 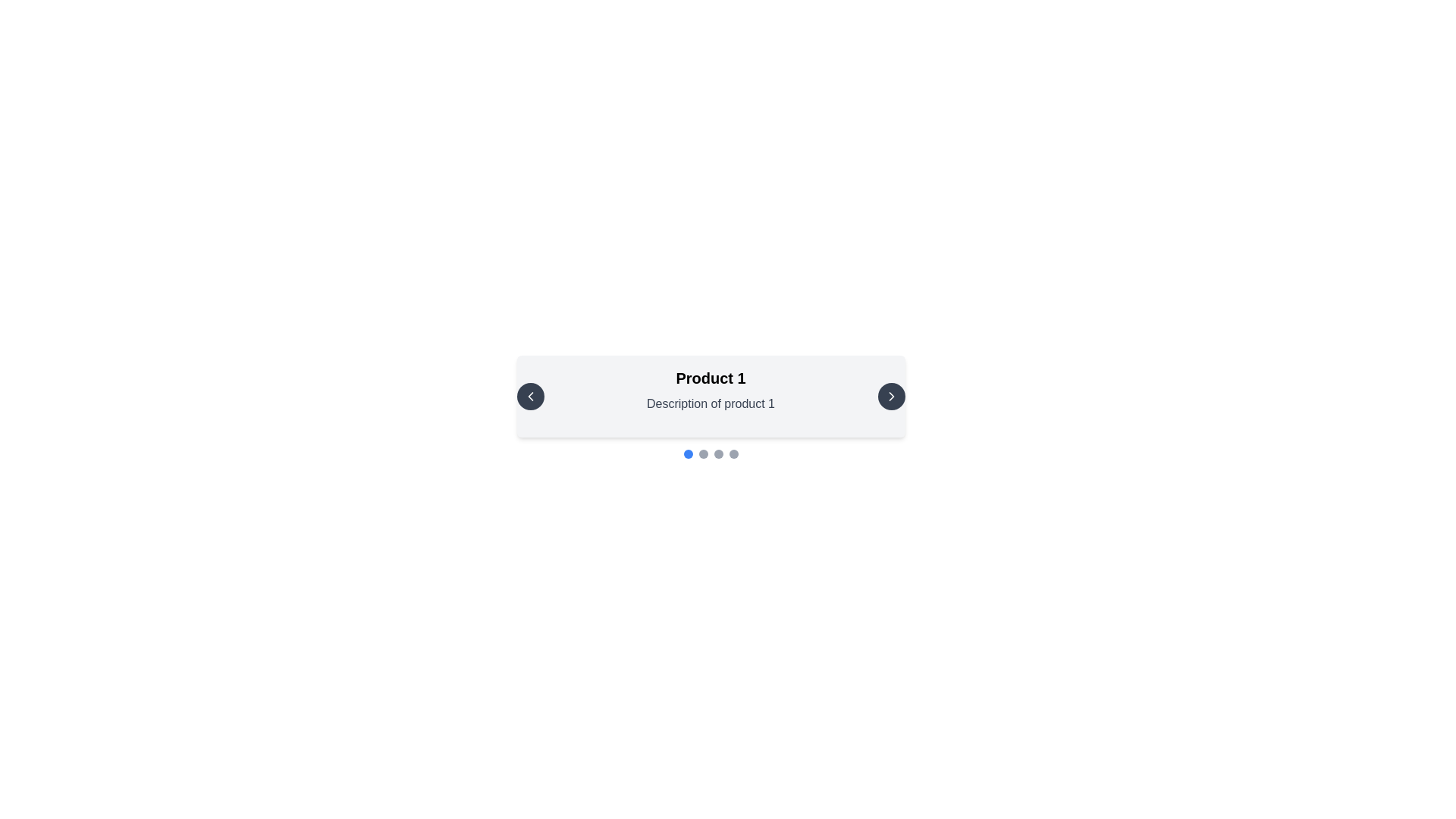 I want to click on the 'previous' icon button located on the left portion of the card, so click(x=530, y=396).